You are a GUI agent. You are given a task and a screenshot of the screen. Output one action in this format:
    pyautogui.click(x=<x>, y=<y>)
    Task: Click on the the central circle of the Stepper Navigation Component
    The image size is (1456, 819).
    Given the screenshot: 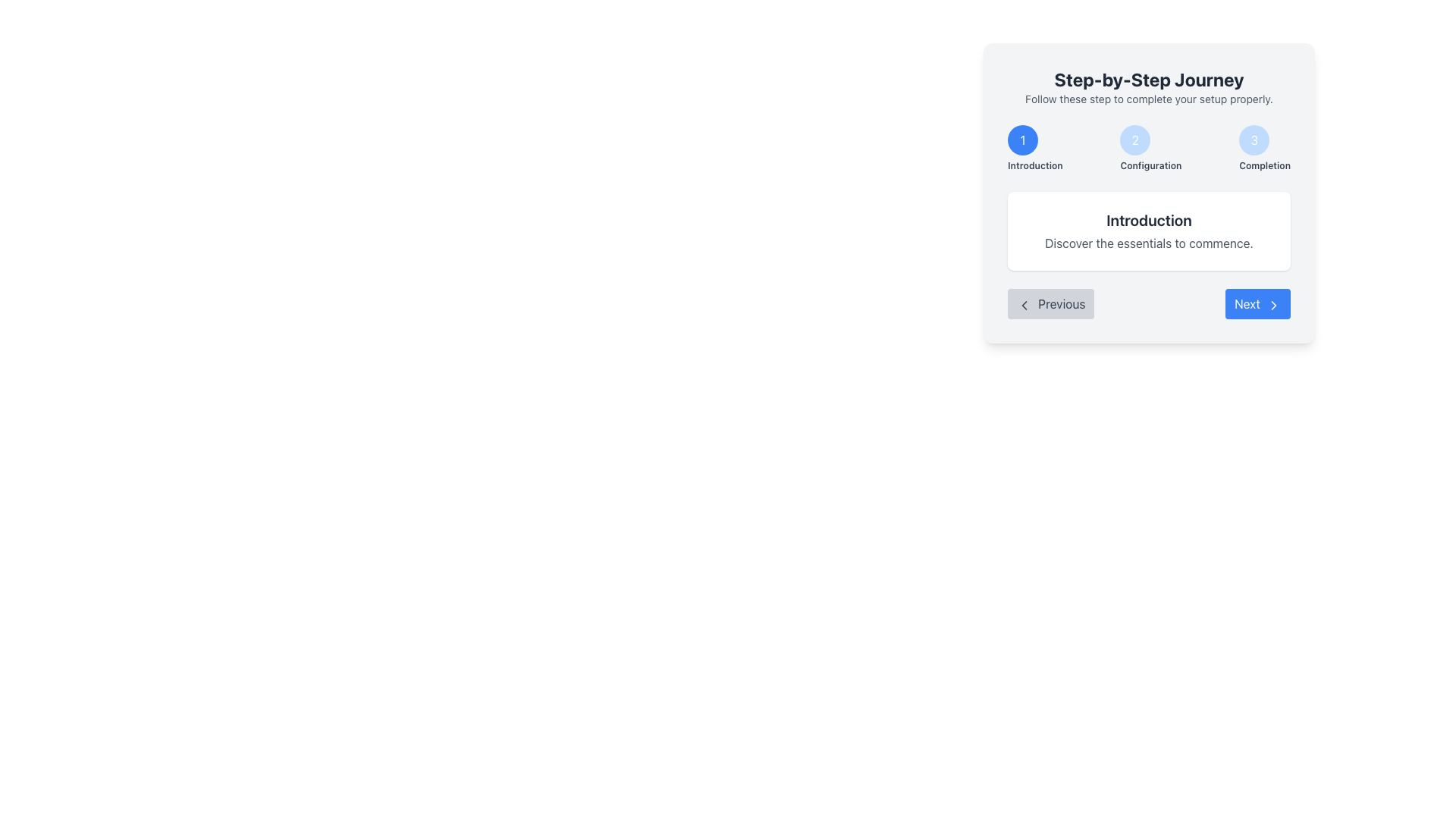 What is the action you would take?
    pyautogui.click(x=1149, y=149)
    